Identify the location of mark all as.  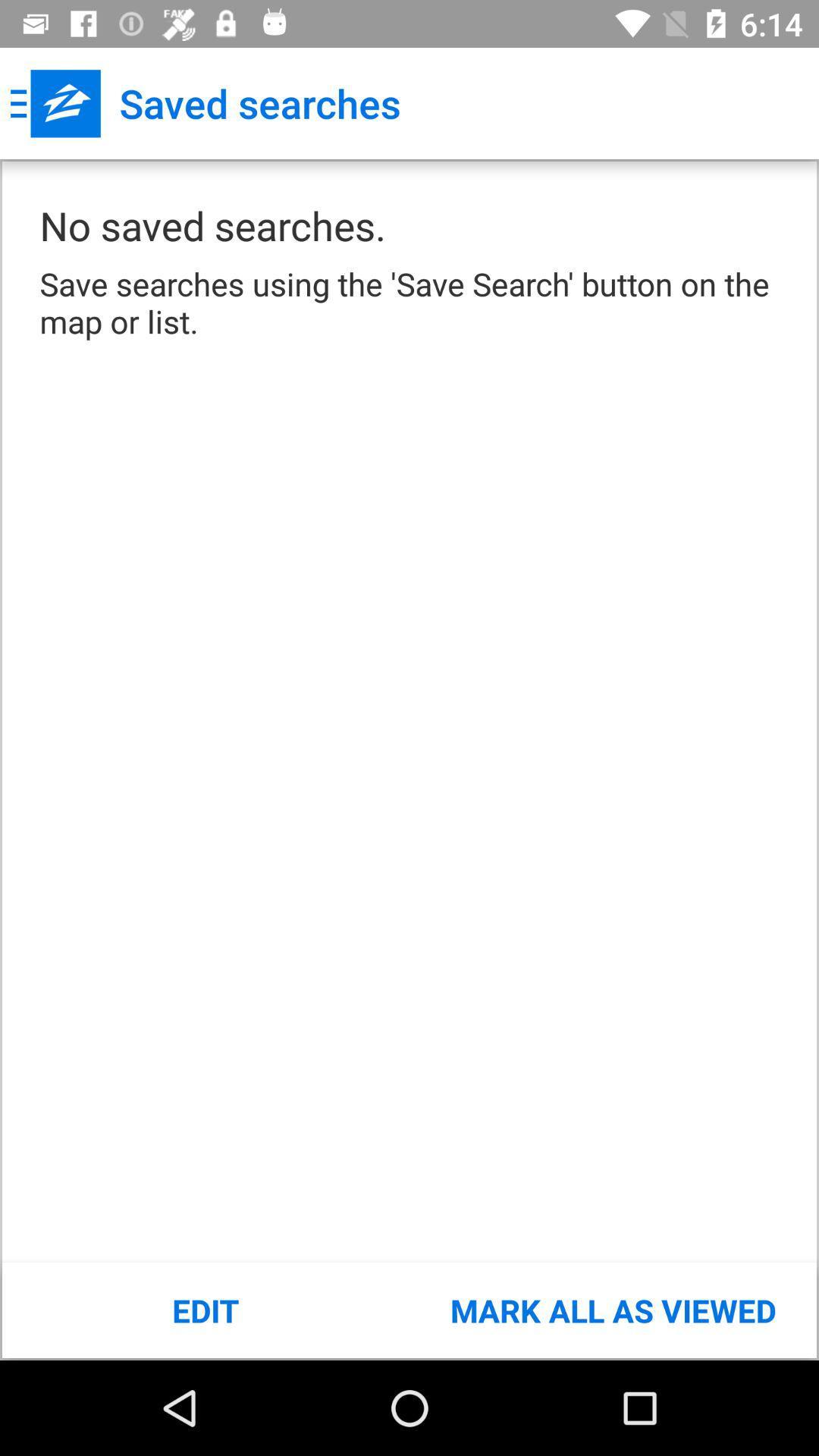
(612, 1310).